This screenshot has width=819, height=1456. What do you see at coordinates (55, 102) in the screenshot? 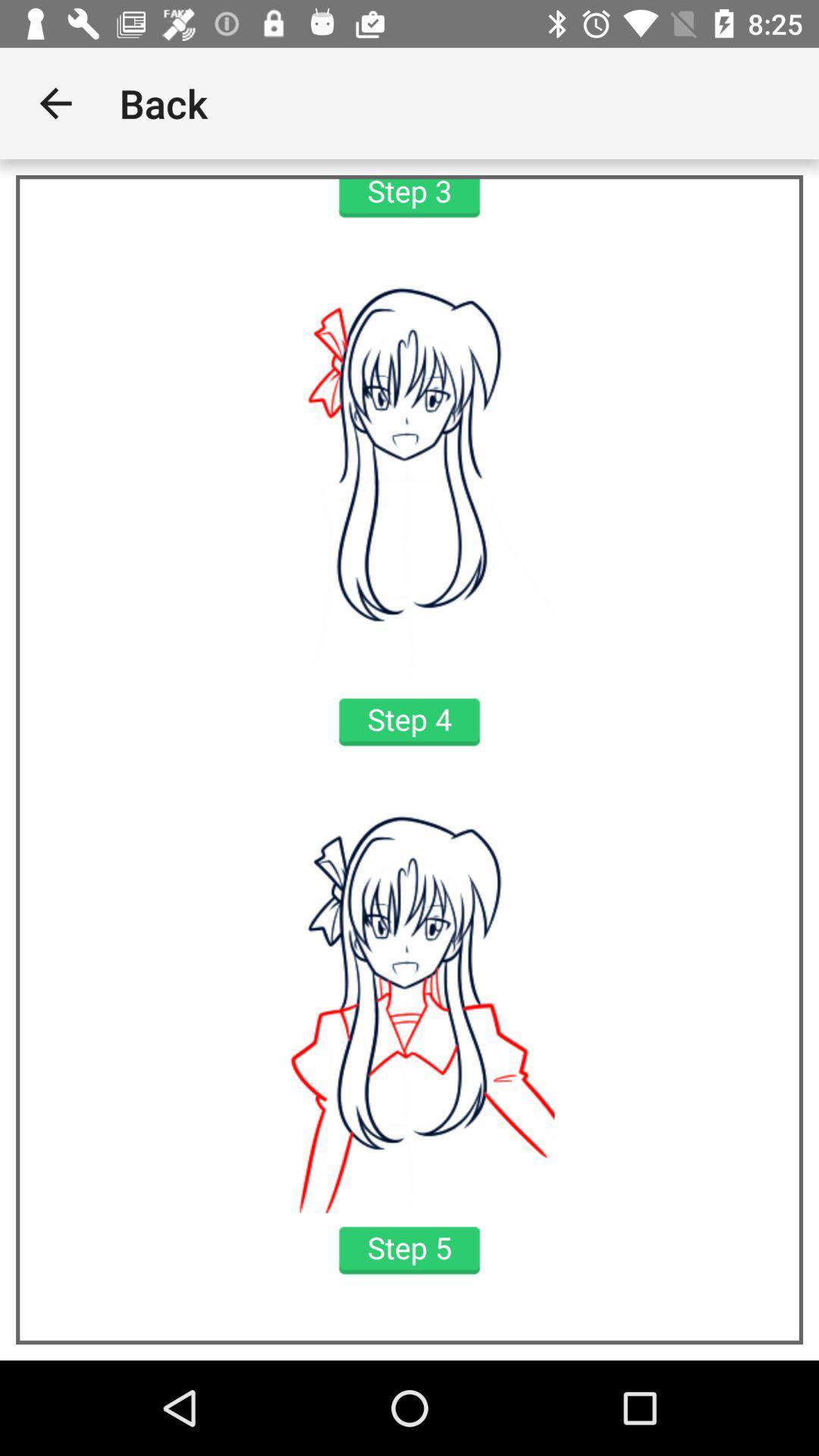
I see `the icon next to back app` at bounding box center [55, 102].